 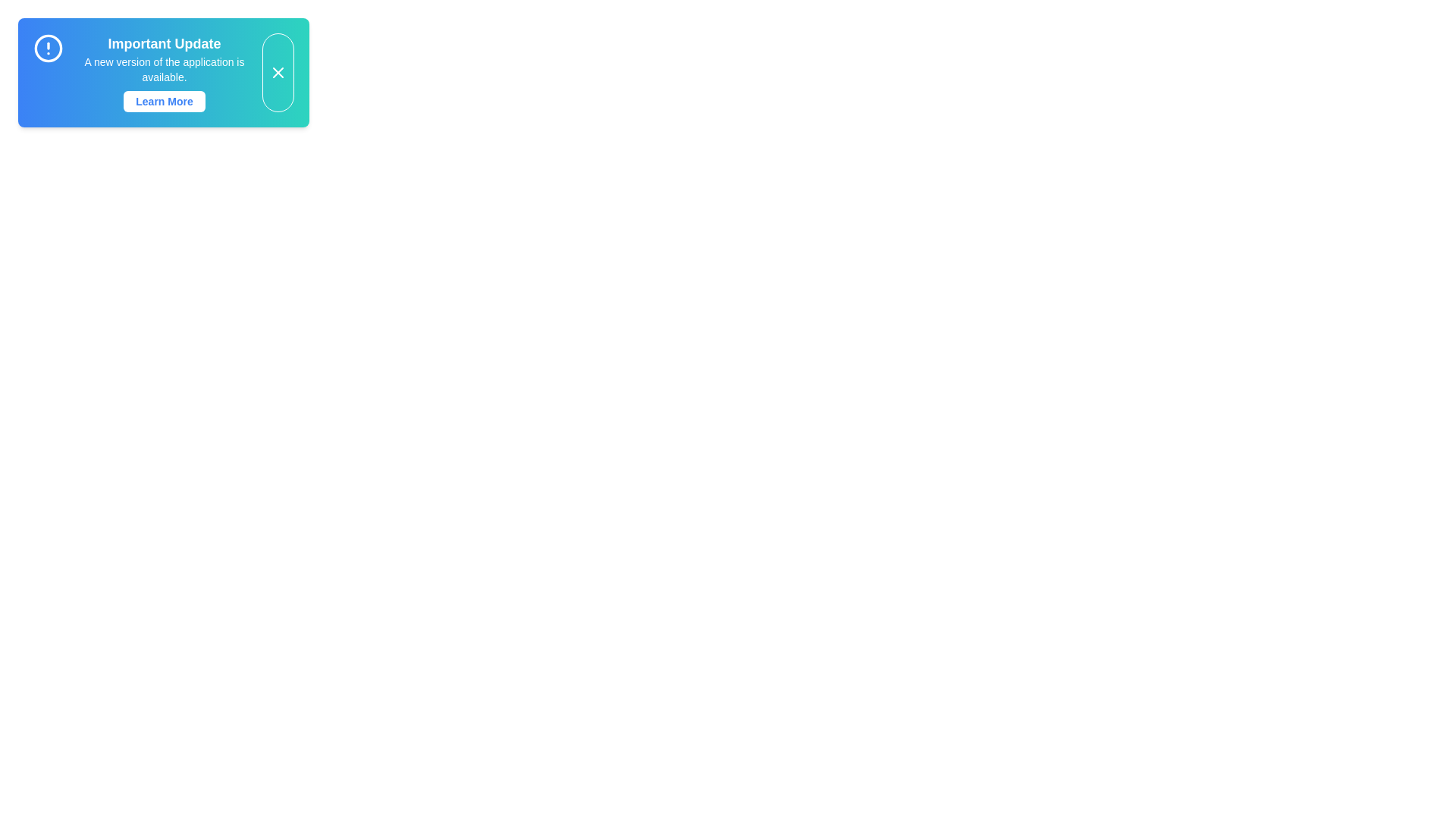 What do you see at coordinates (48, 48) in the screenshot?
I see `the alert icon to interact with it` at bounding box center [48, 48].